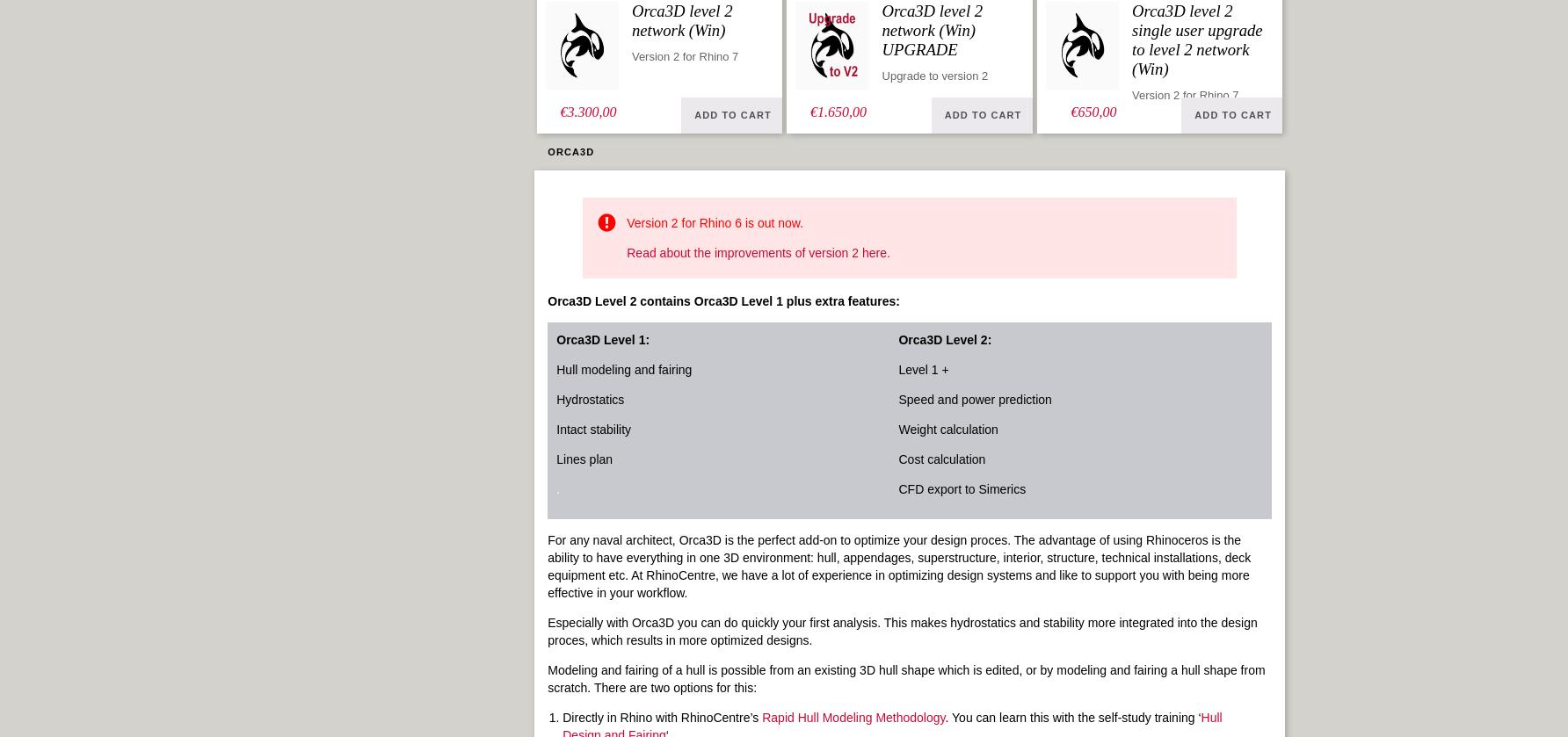 The width and height of the screenshot is (1568, 737). What do you see at coordinates (593, 428) in the screenshot?
I see `'Intact stability'` at bounding box center [593, 428].